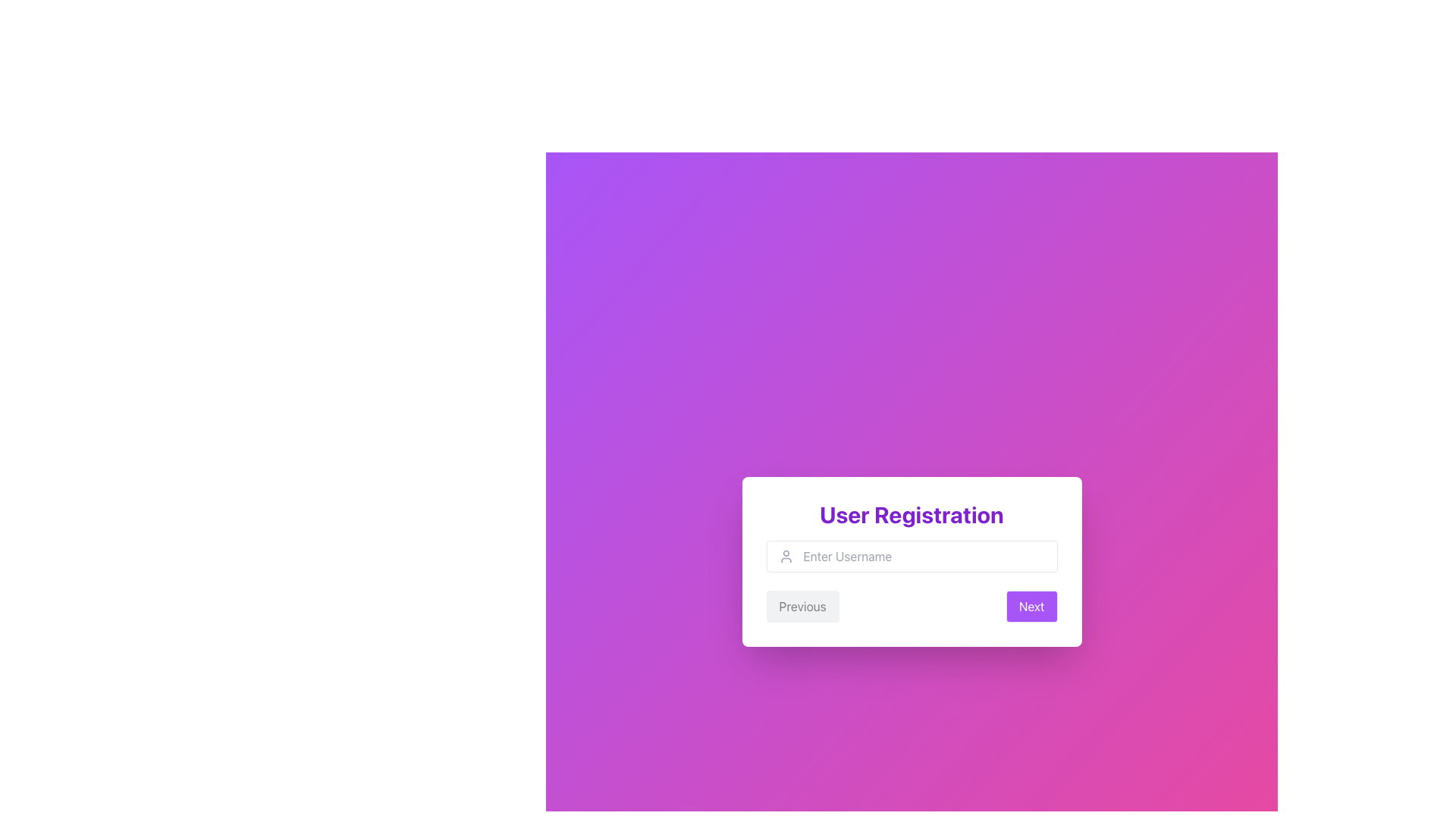 The image size is (1456, 819). Describe the element at coordinates (802, 605) in the screenshot. I see `the 'Previous' button located at the bottom left of the 'User Registration' form, which has a subtle gray background and rounded corners` at that location.